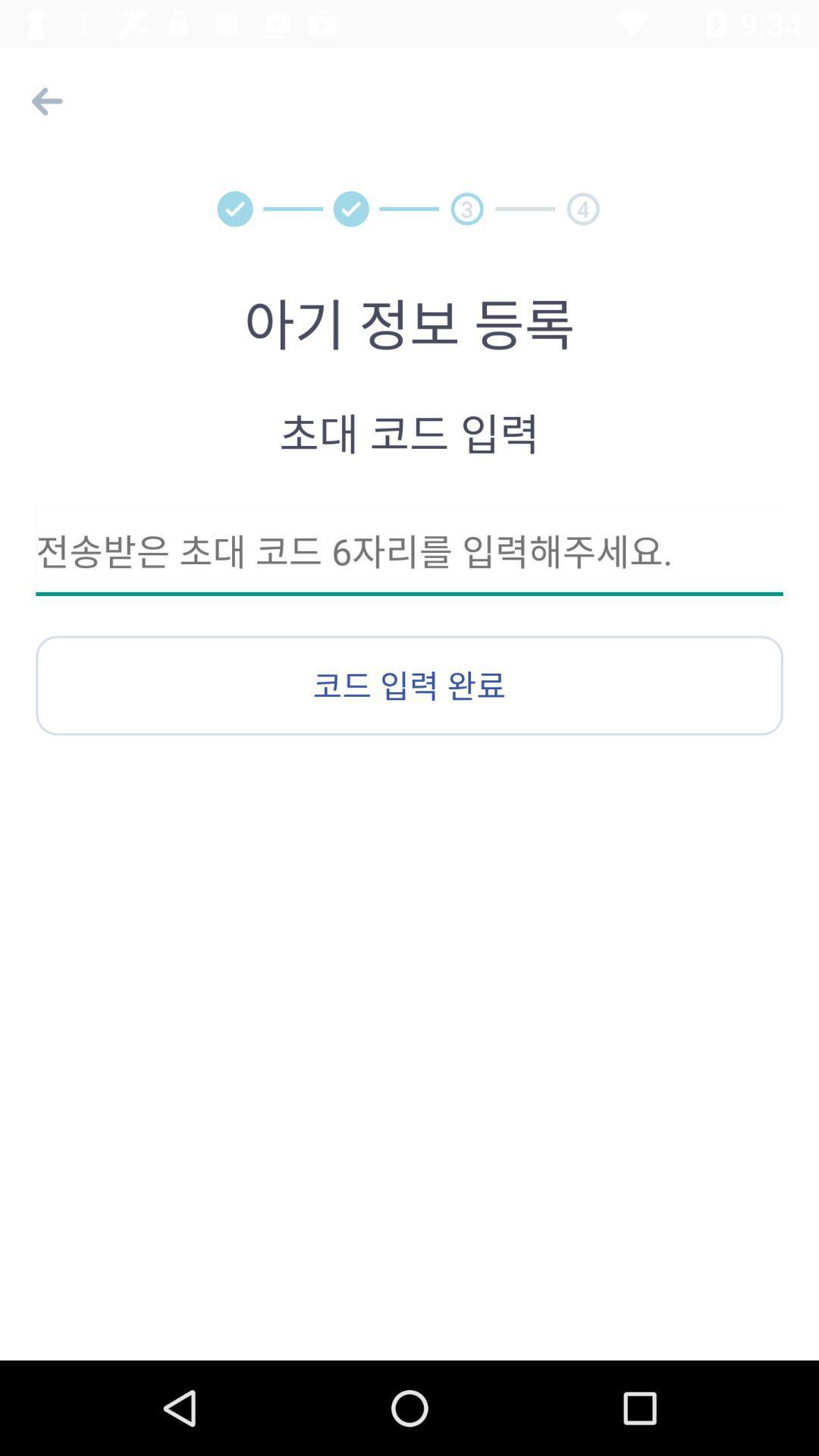 Image resolution: width=819 pixels, height=1456 pixels. Describe the element at coordinates (42, 100) in the screenshot. I see `the arrow_backward icon` at that location.